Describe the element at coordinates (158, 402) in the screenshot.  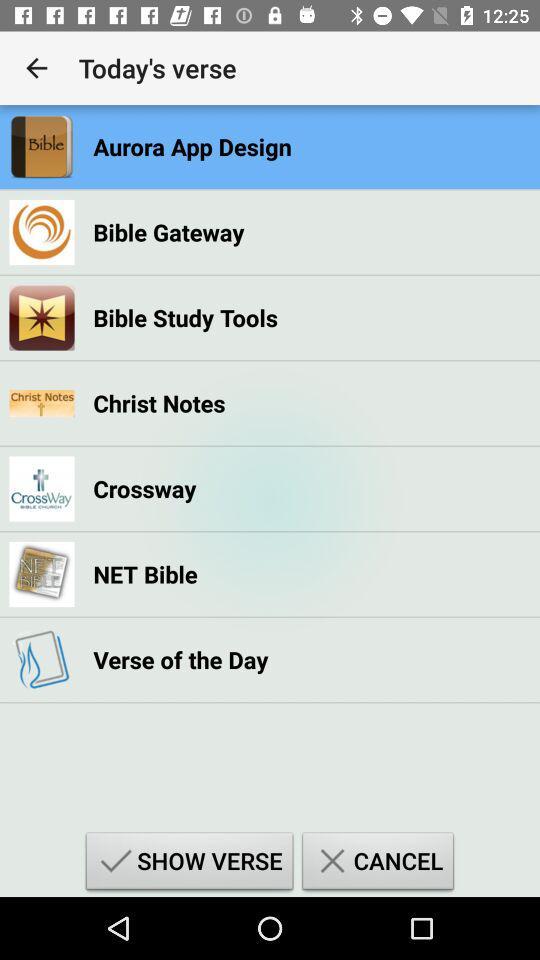
I see `christ notes item` at that location.